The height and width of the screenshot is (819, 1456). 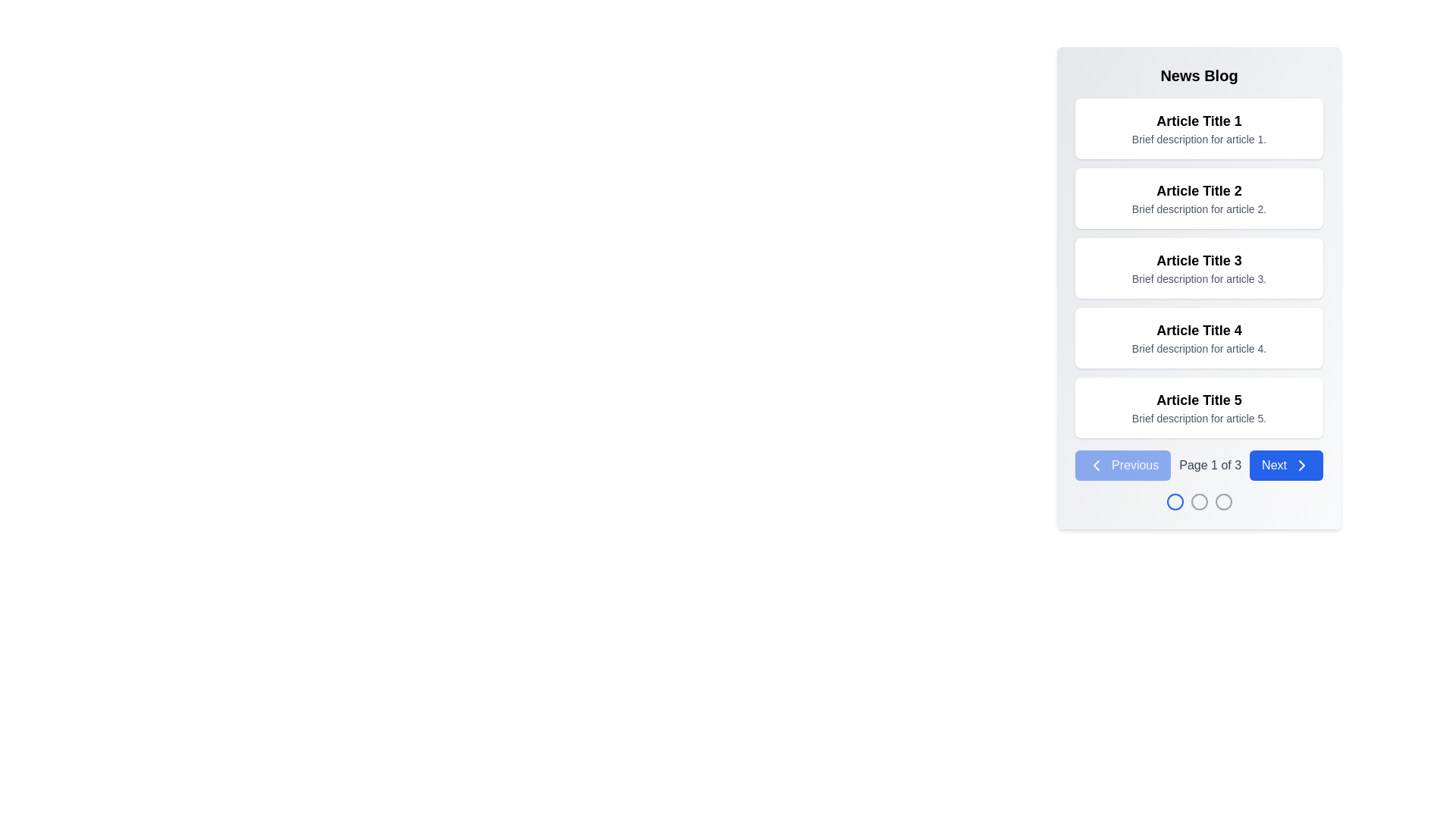 What do you see at coordinates (1198, 190) in the screenshot?
I see `the title text element of the second article in the News Blog section, which is displayed in a rounded rectangle card with a white background` at bounding box center [1198, 190].